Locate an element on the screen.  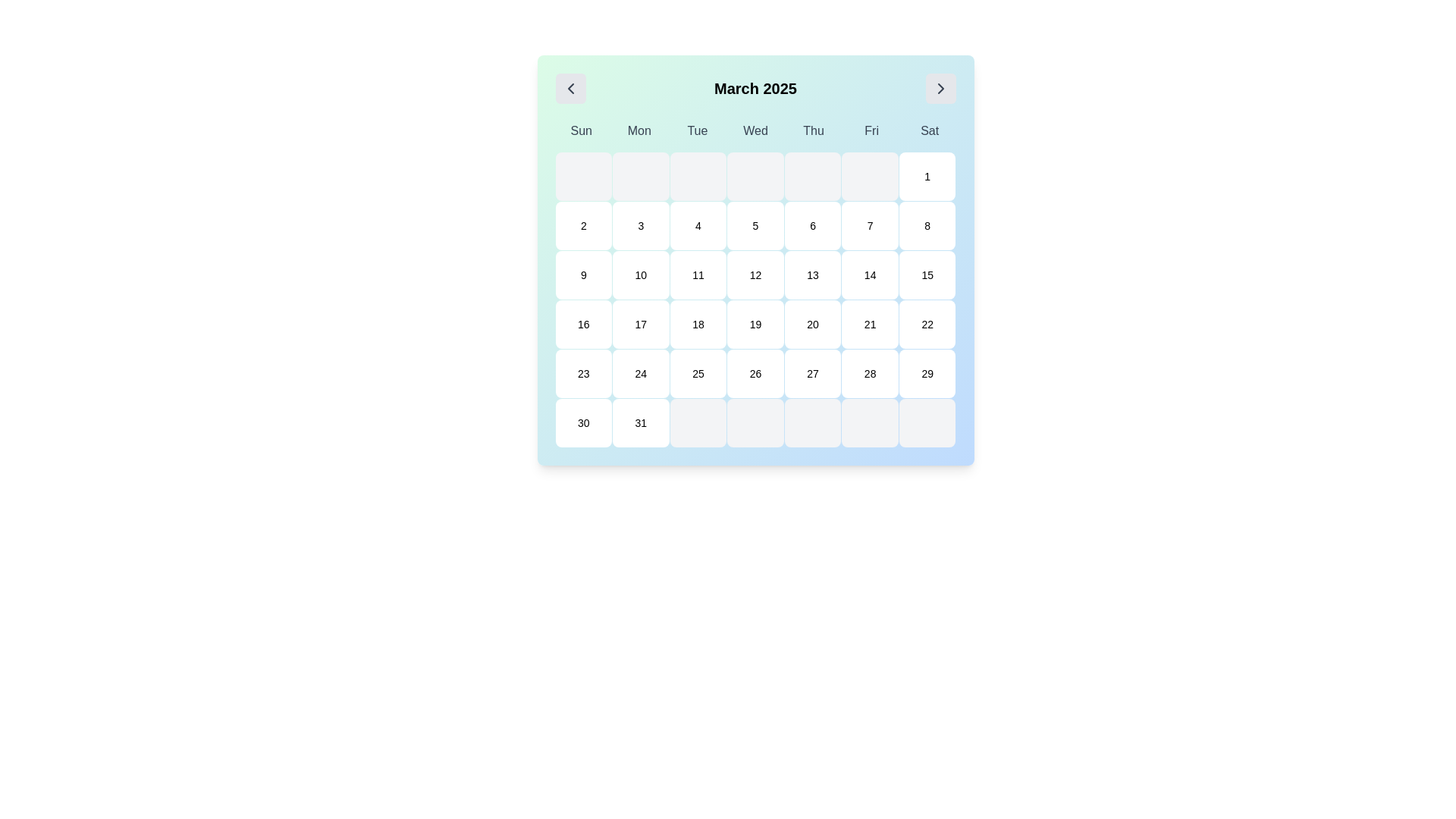
the last calendar cell in the bottom-right corner of the calendar grid, which has a light gray background and rounded corners is located at coordinates (927, 423).